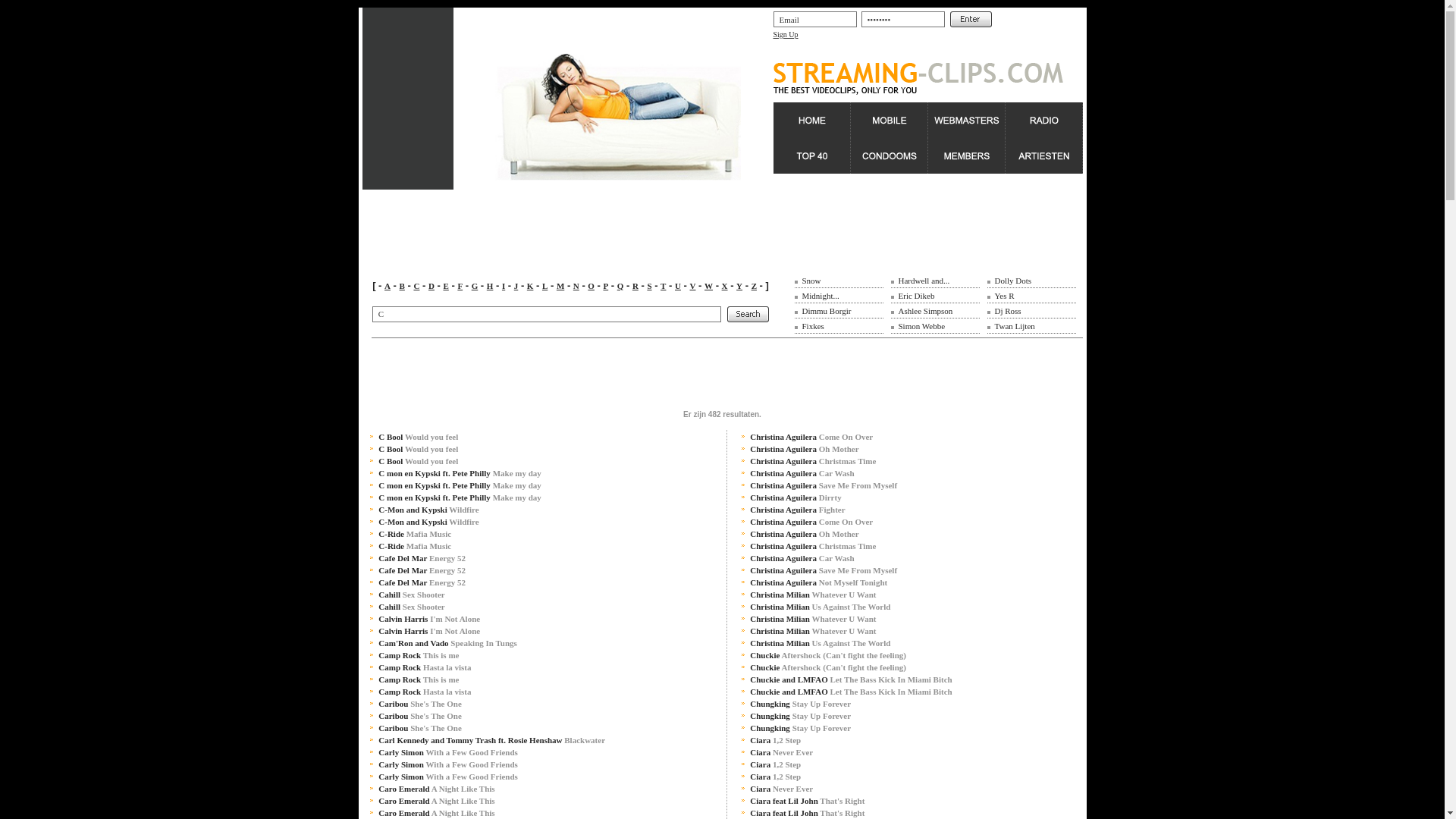 This screenshot has width=1456, height=819. I want to click on 'Ciara Never Ever', so click(781, 752).